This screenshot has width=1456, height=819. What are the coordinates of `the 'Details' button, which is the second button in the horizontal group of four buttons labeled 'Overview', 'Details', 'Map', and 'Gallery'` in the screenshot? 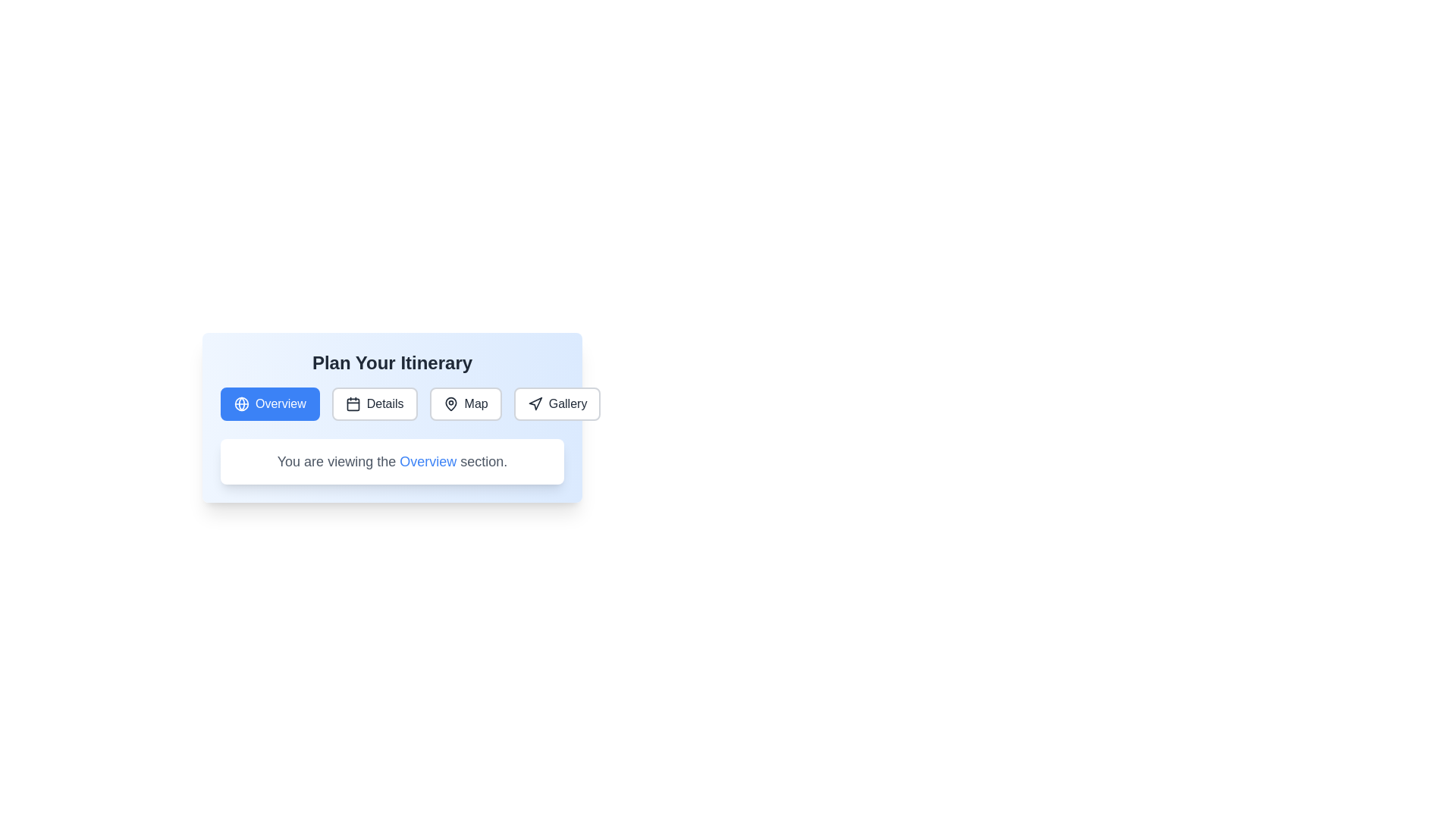 It's located at (375, 403).